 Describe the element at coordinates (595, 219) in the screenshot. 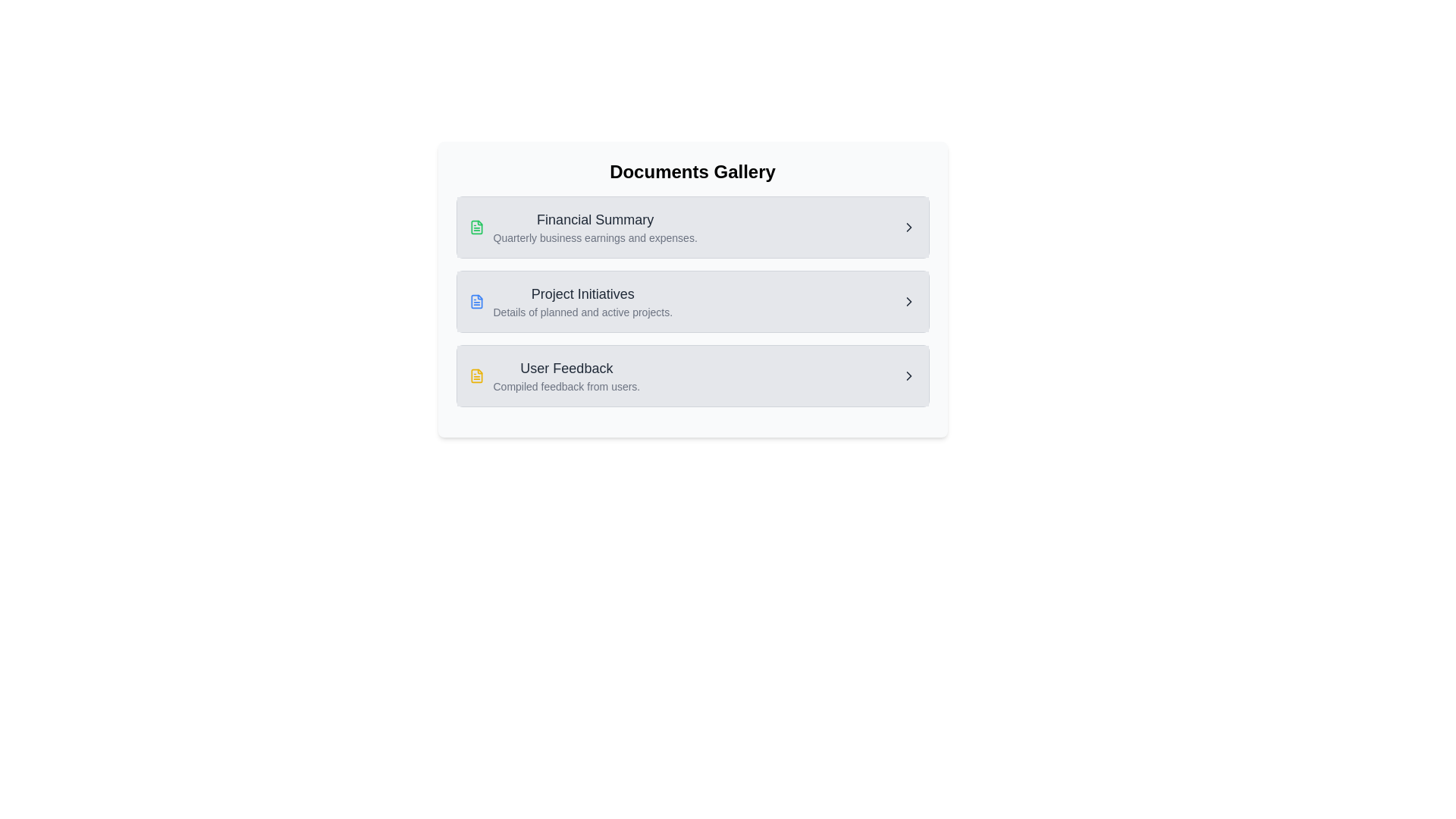

I see `the 'Financial Summary' heading text, which is displayed in bold, medium-sized dark gray font within a light gray background, located at the top of the financial summary panel` at that location.